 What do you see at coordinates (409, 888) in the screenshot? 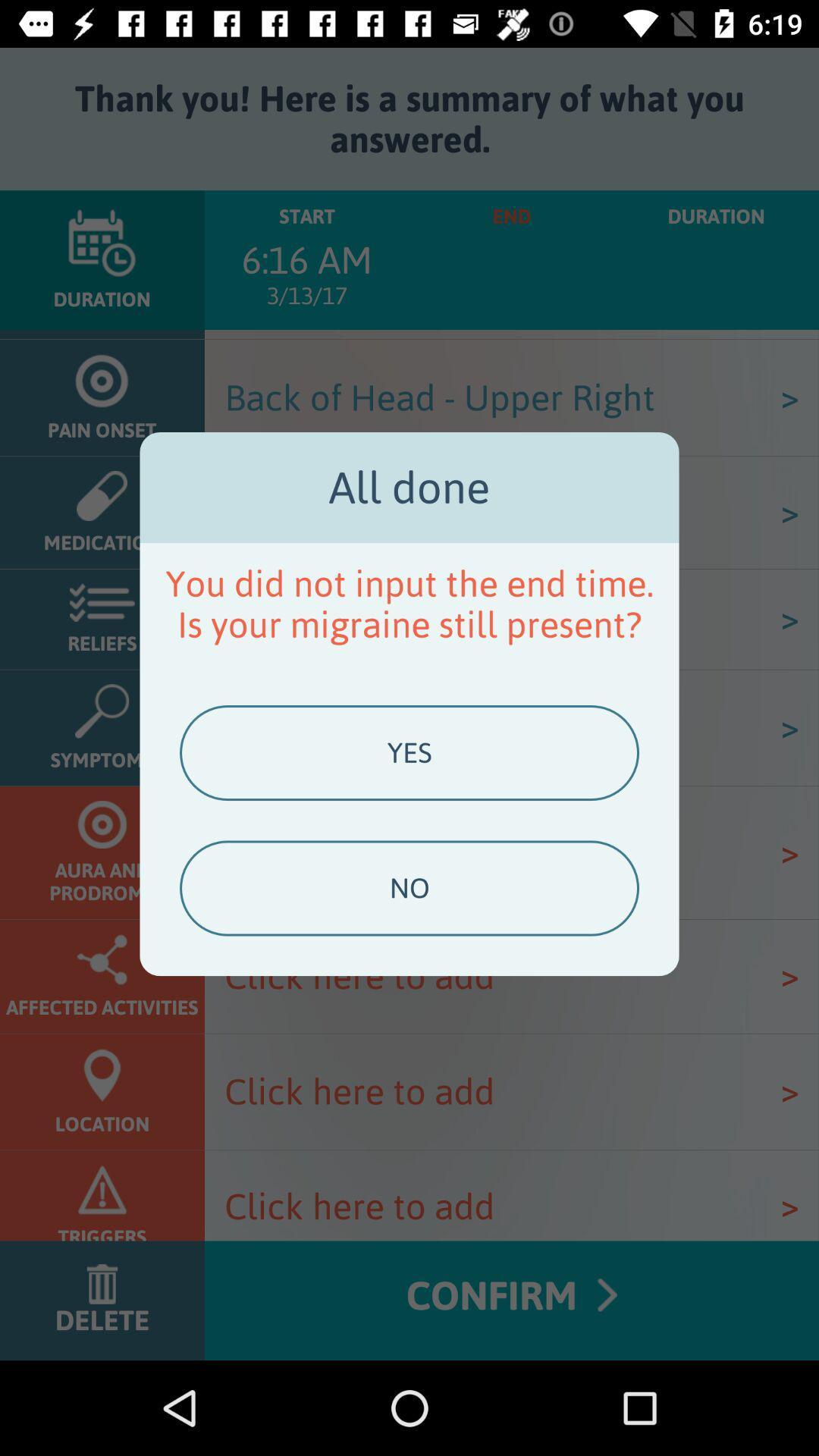
I see `the no item` at bounding box center [409, 888].